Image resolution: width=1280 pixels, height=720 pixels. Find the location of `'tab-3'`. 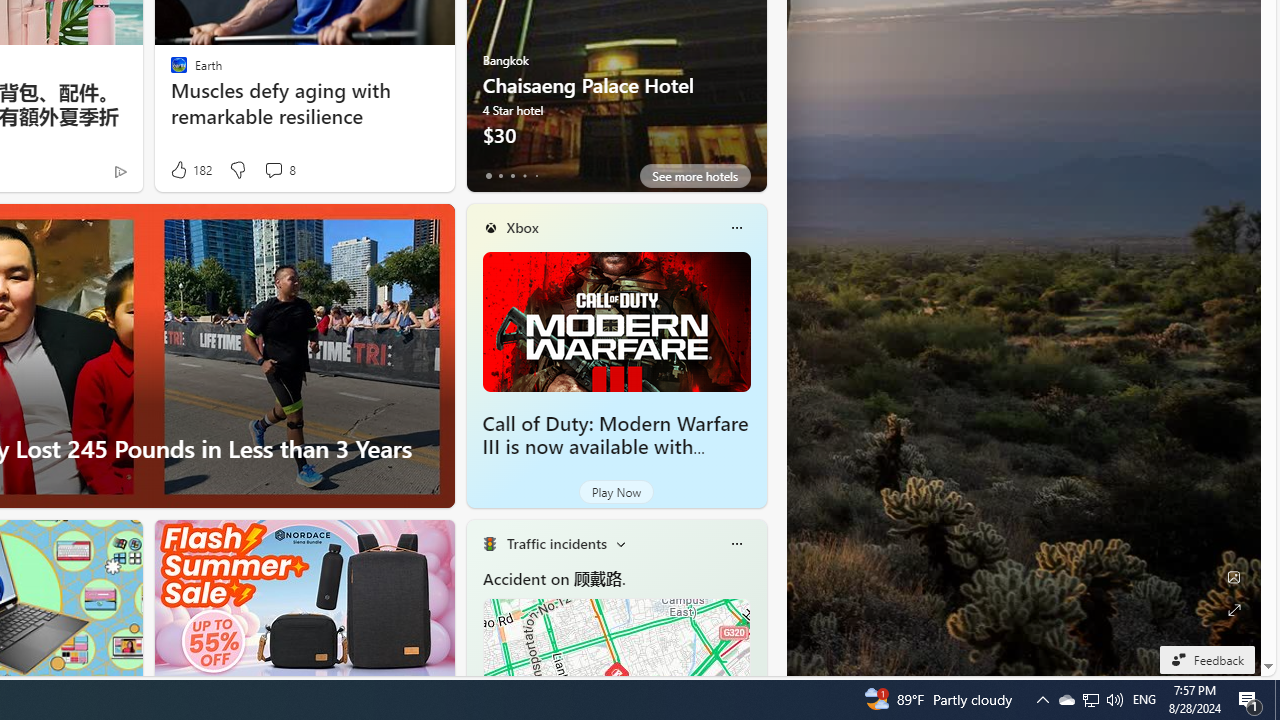

'tab-3' is located at coordinates (524, 175).